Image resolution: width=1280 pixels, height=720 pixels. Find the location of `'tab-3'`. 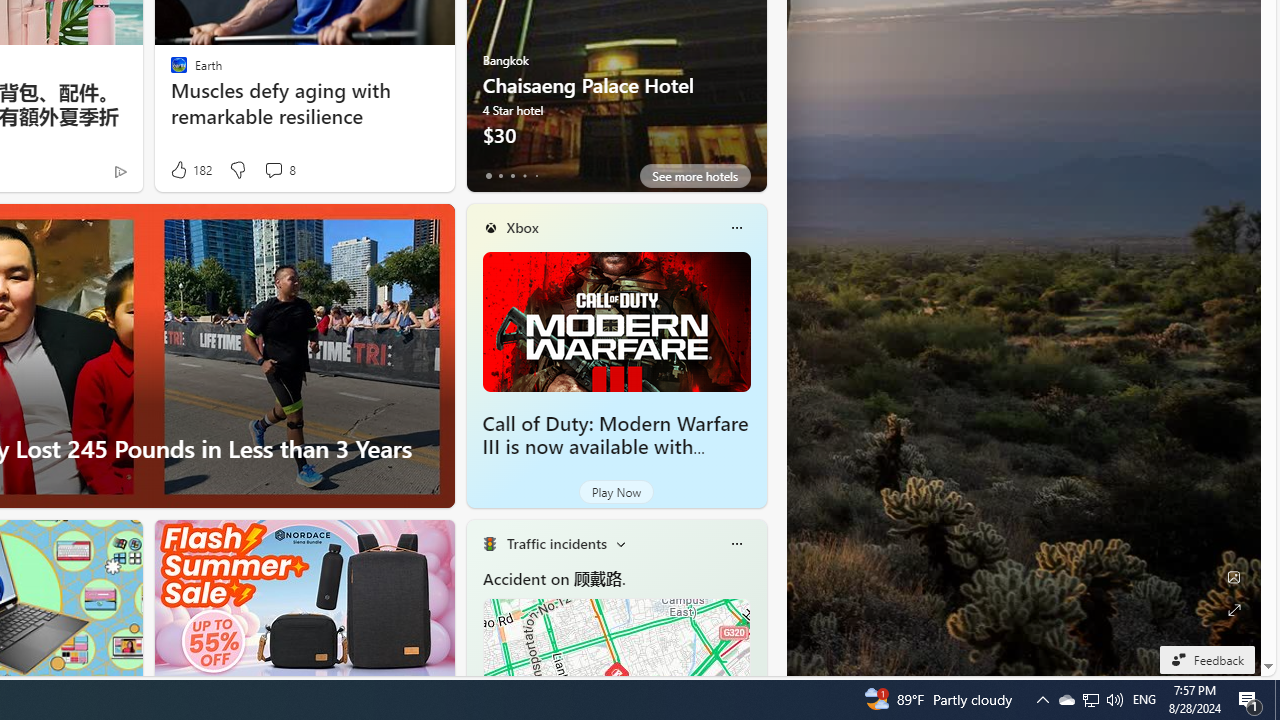

'tab-3' is located at coordinates (524, 175).